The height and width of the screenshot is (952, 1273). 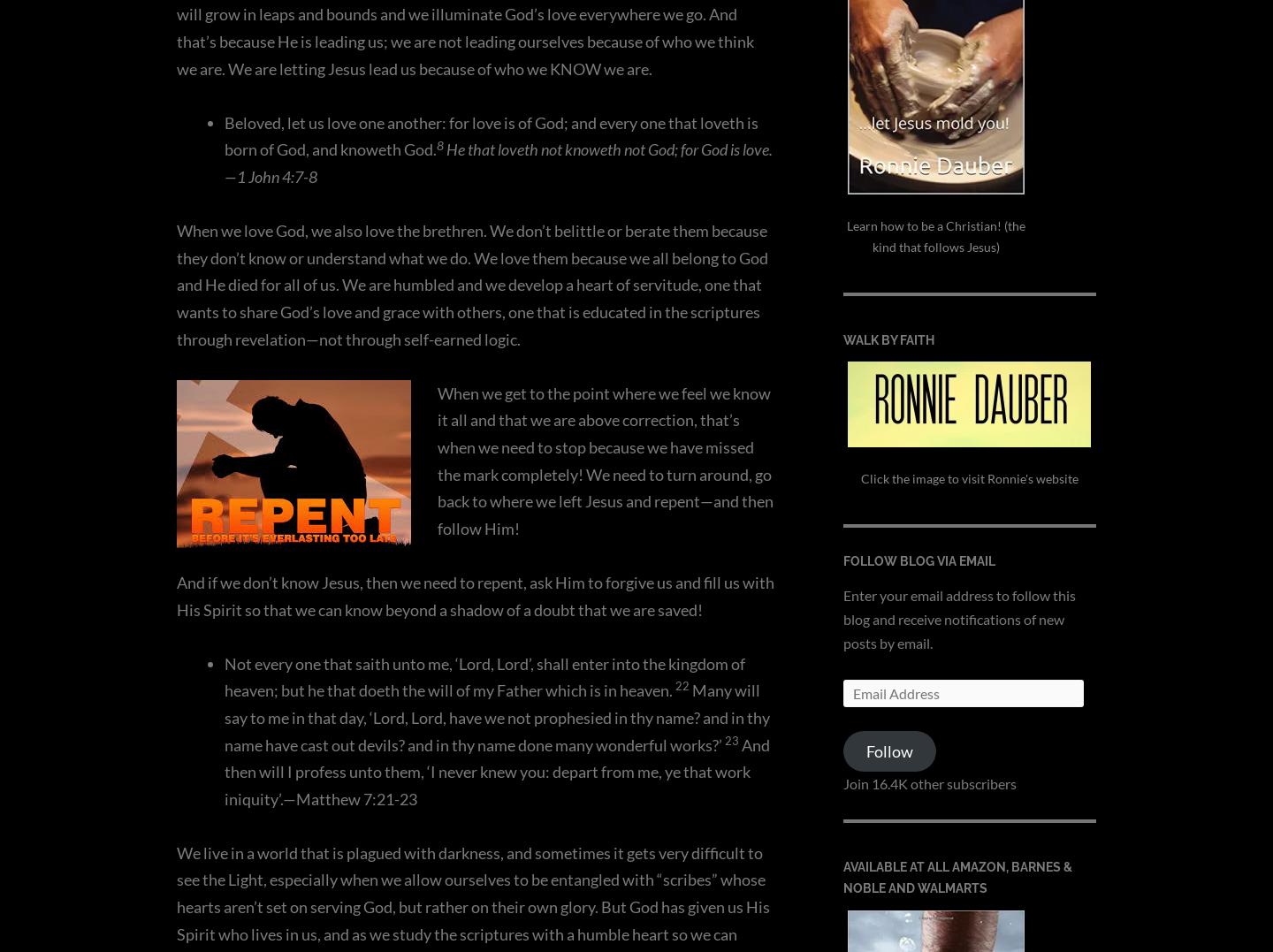 What do you see at coordinates (859, 478) in the screenshot?
I see `'Click the image to visit Ronnie's website'` at bounding box center [859, 478].